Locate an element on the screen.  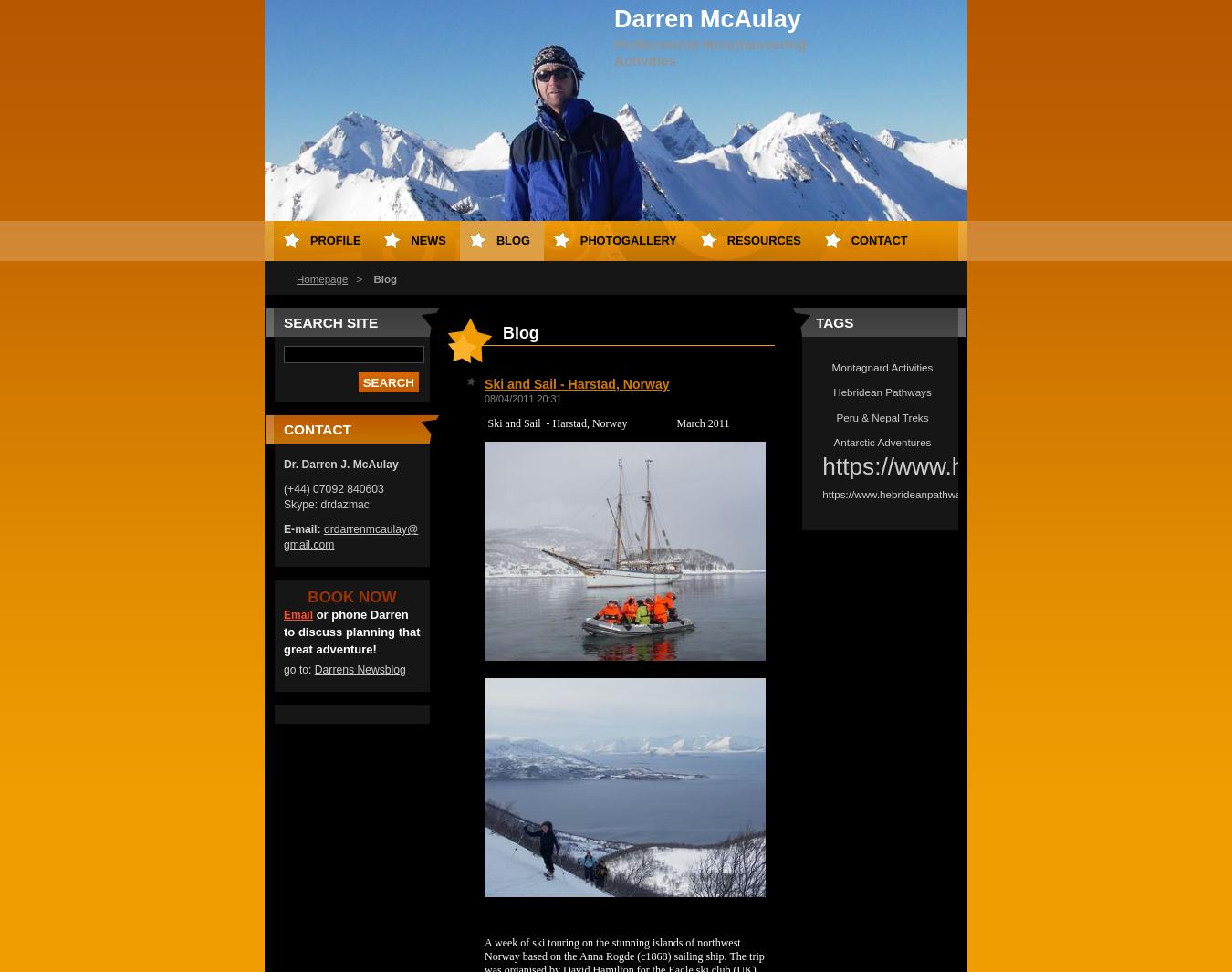
'Antarctica' is located at coordinates (590, 235).